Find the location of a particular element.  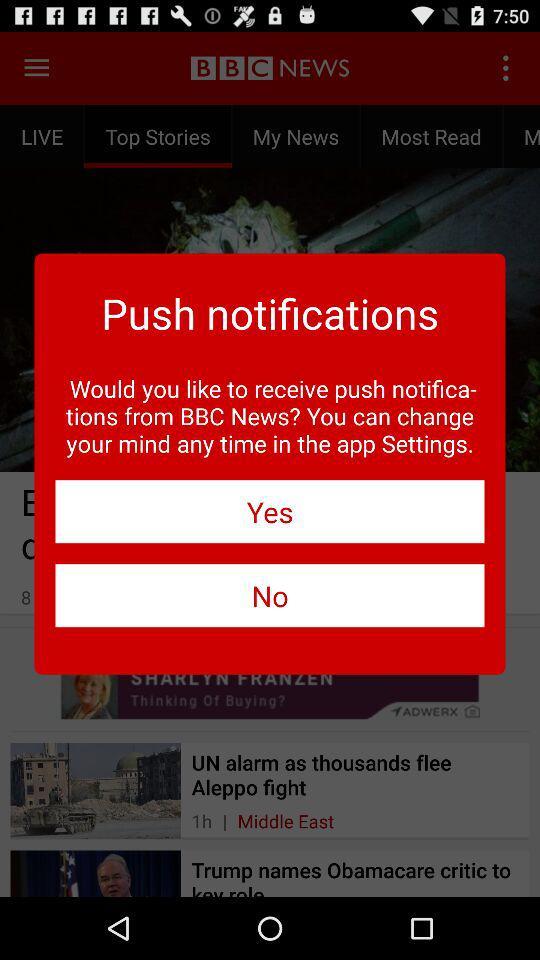

icon below the would you like icon is located at coordinates (270, 510).